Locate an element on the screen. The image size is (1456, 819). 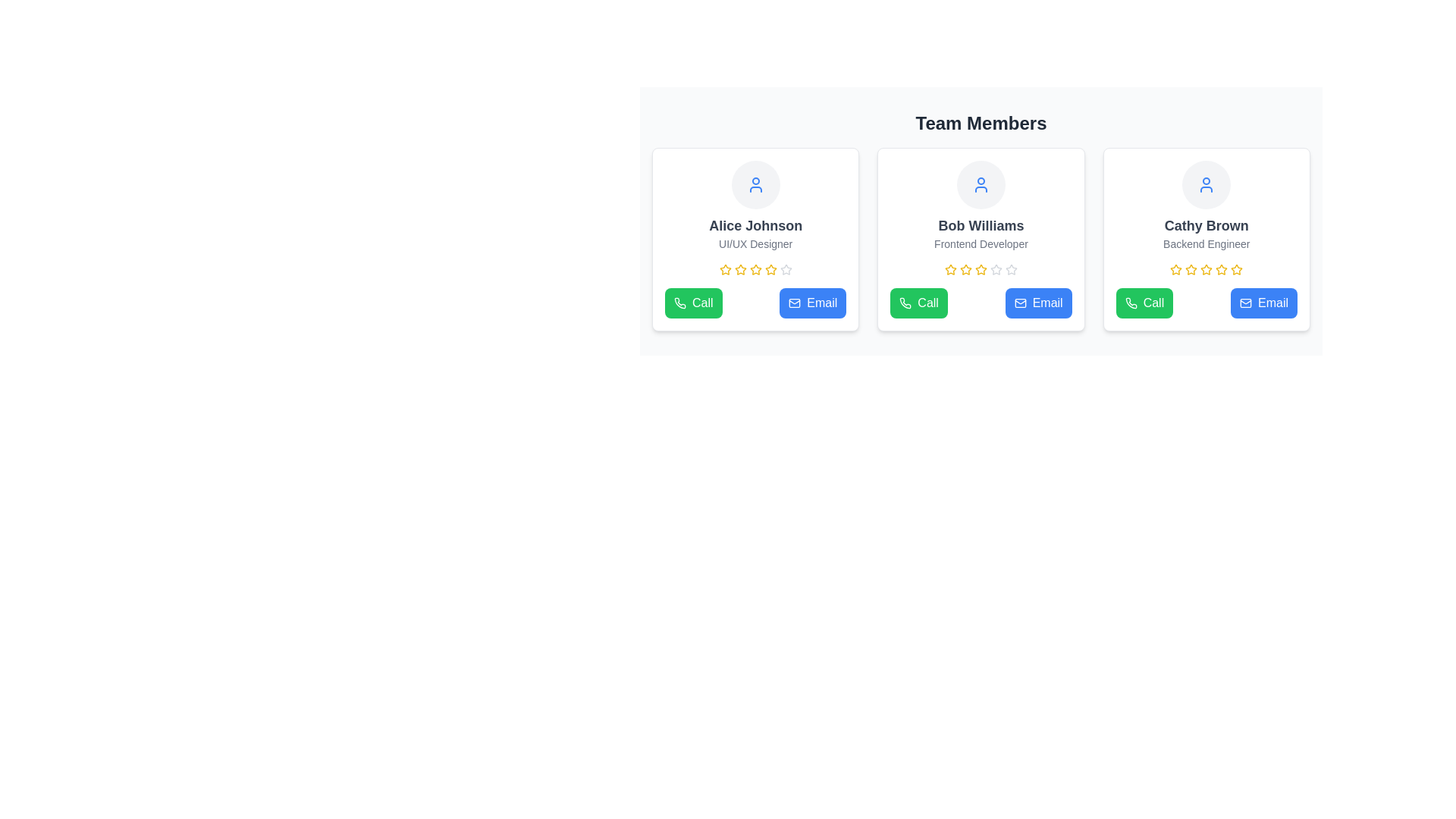
the 'Email' button represented by the envelope icon for Bob Williams located at the center of the 'Team Members' section is located at coordinates (1020, 303).